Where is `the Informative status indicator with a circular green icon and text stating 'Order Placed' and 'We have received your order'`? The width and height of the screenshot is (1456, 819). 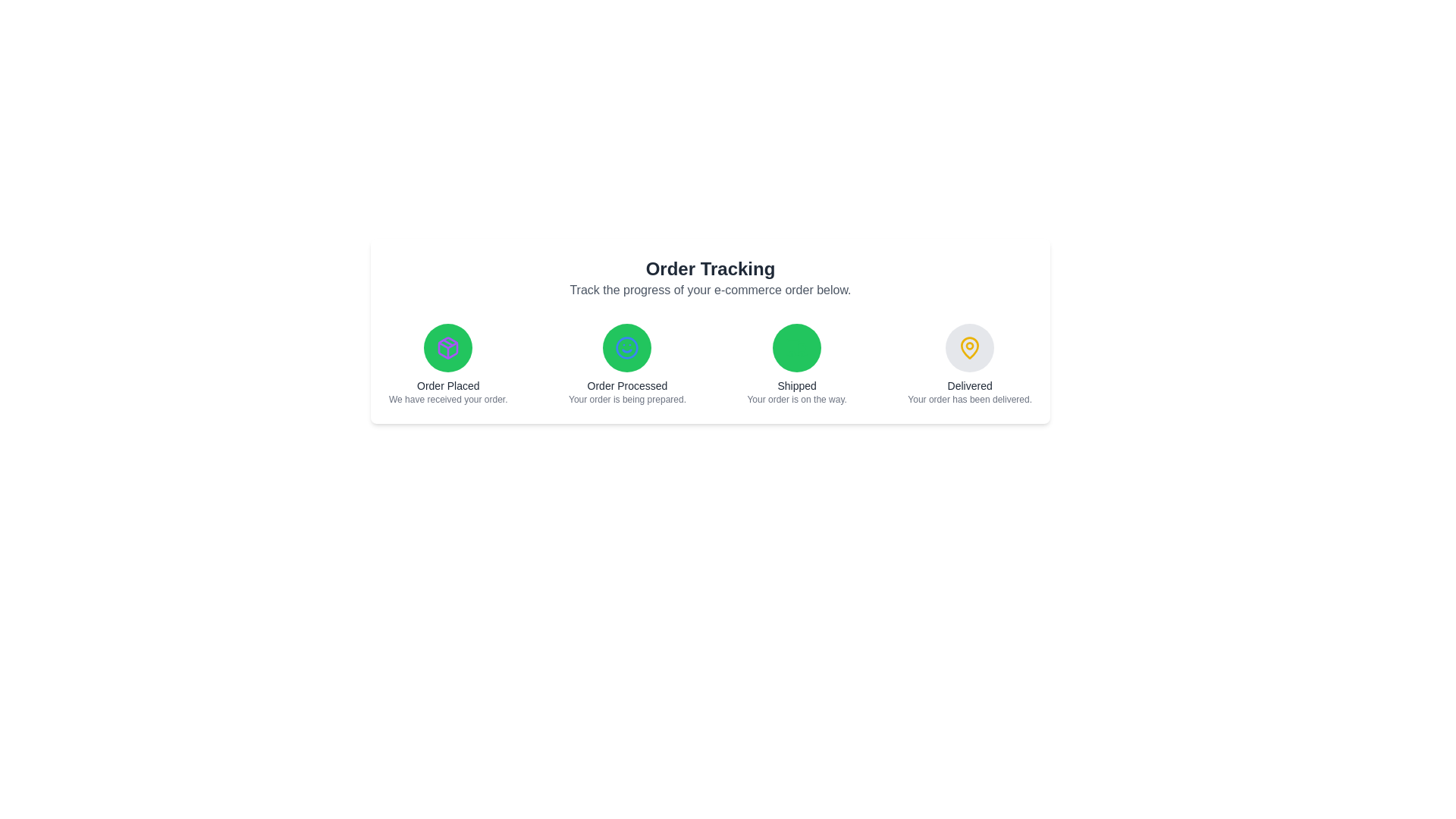 the Informative status indicator with a circular green icon and text stating 'Order Placed' and 'We have received your order' is located at coordinates (447, 365).